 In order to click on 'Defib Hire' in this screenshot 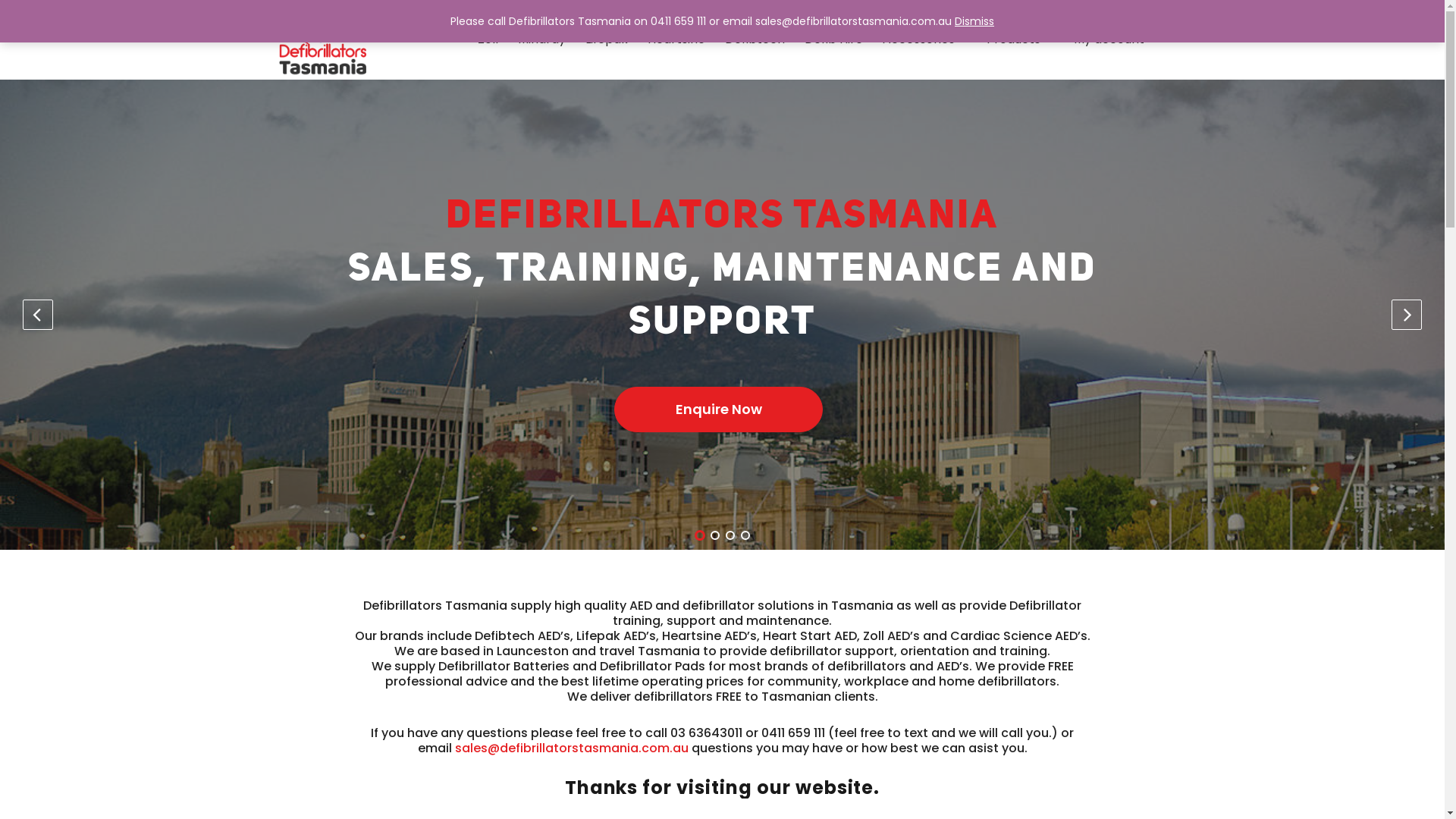, I will do `click(833, 38)`.